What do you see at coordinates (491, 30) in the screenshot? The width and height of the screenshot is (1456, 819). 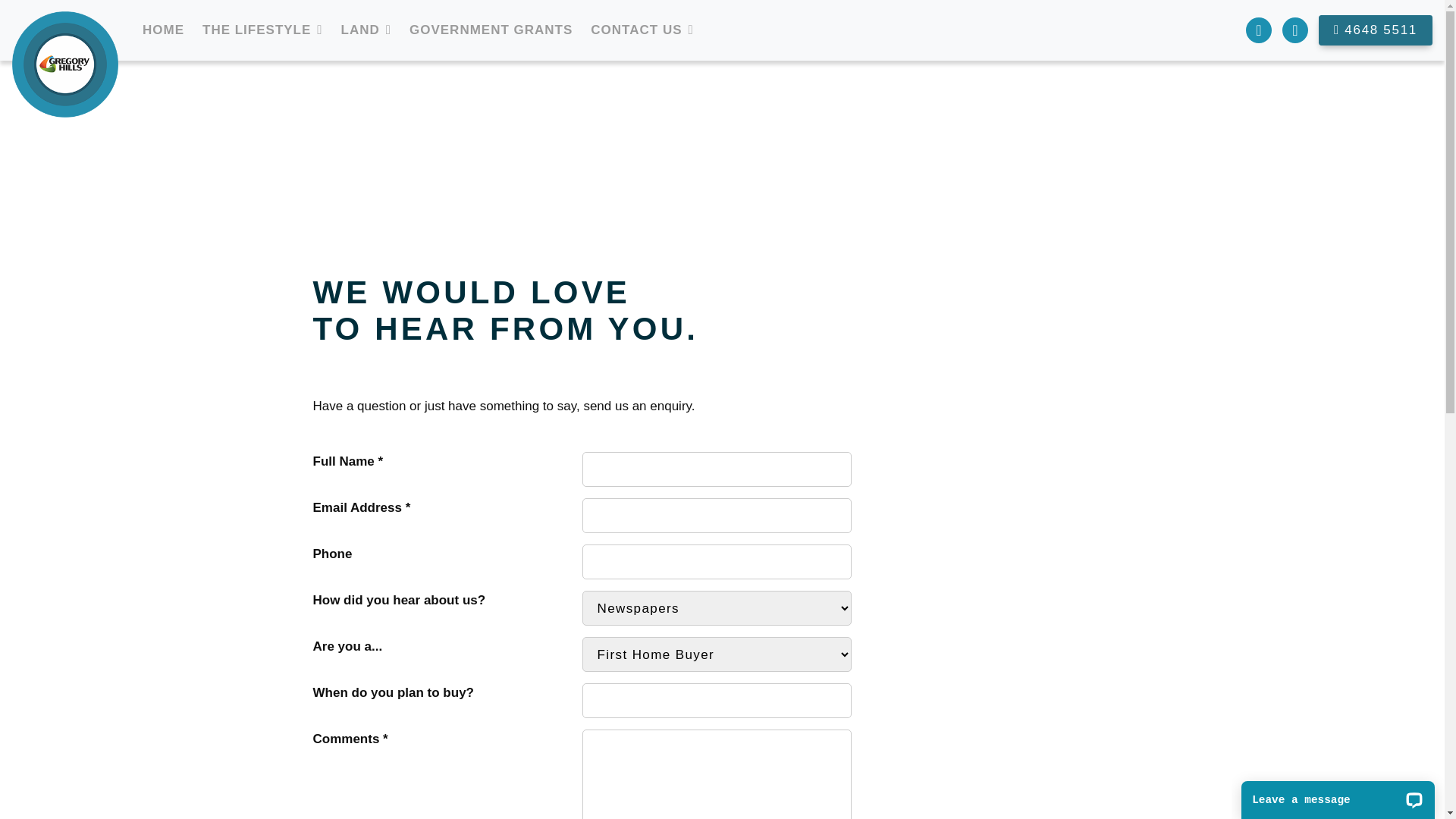 I see `'GOVERNMENT GRANTS'` at bounding box center [491, 30].